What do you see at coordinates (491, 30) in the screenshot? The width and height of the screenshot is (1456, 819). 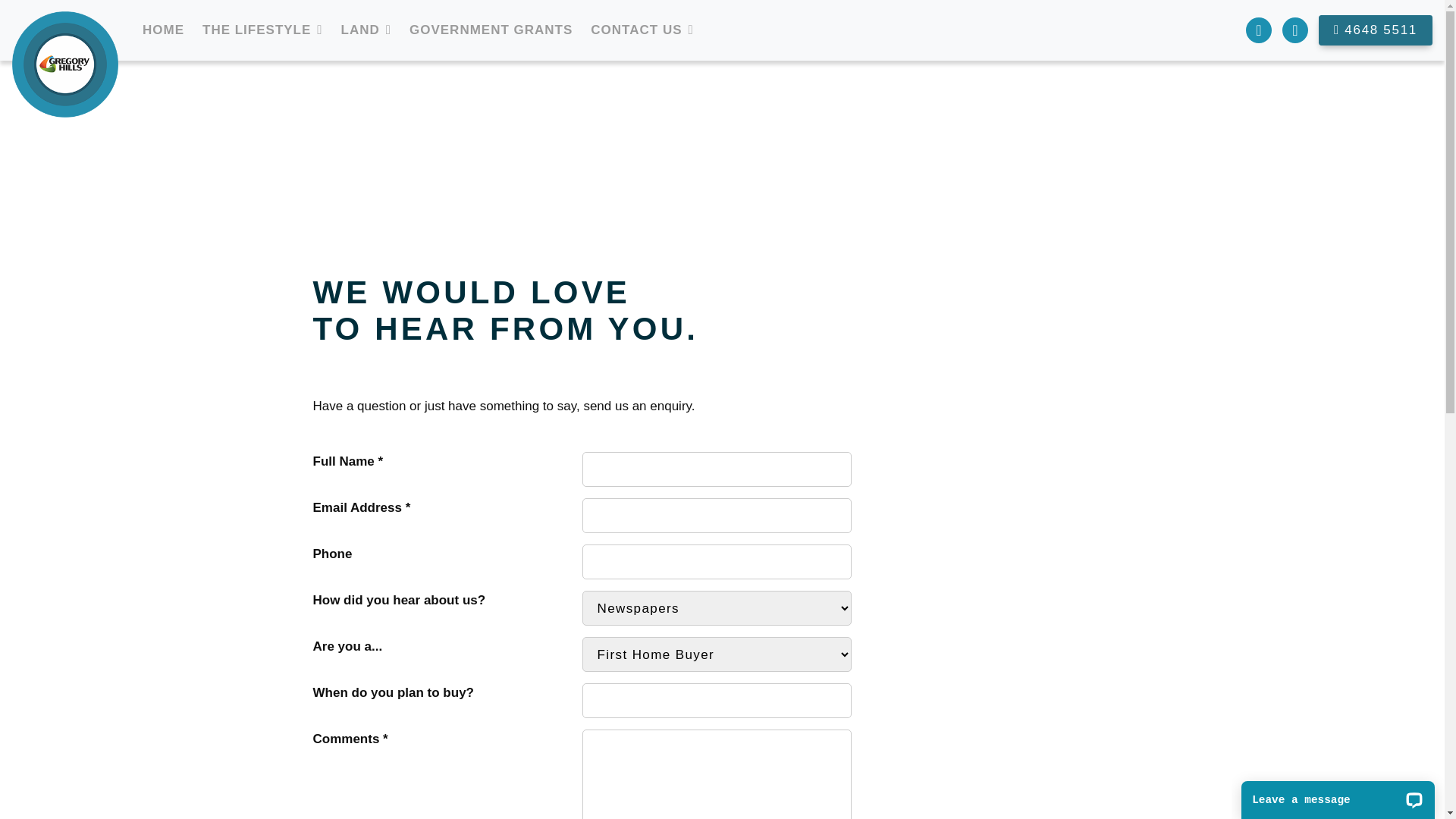 I see `'GOVERNMENT GRANTS'` at bounding box center [491, 30].